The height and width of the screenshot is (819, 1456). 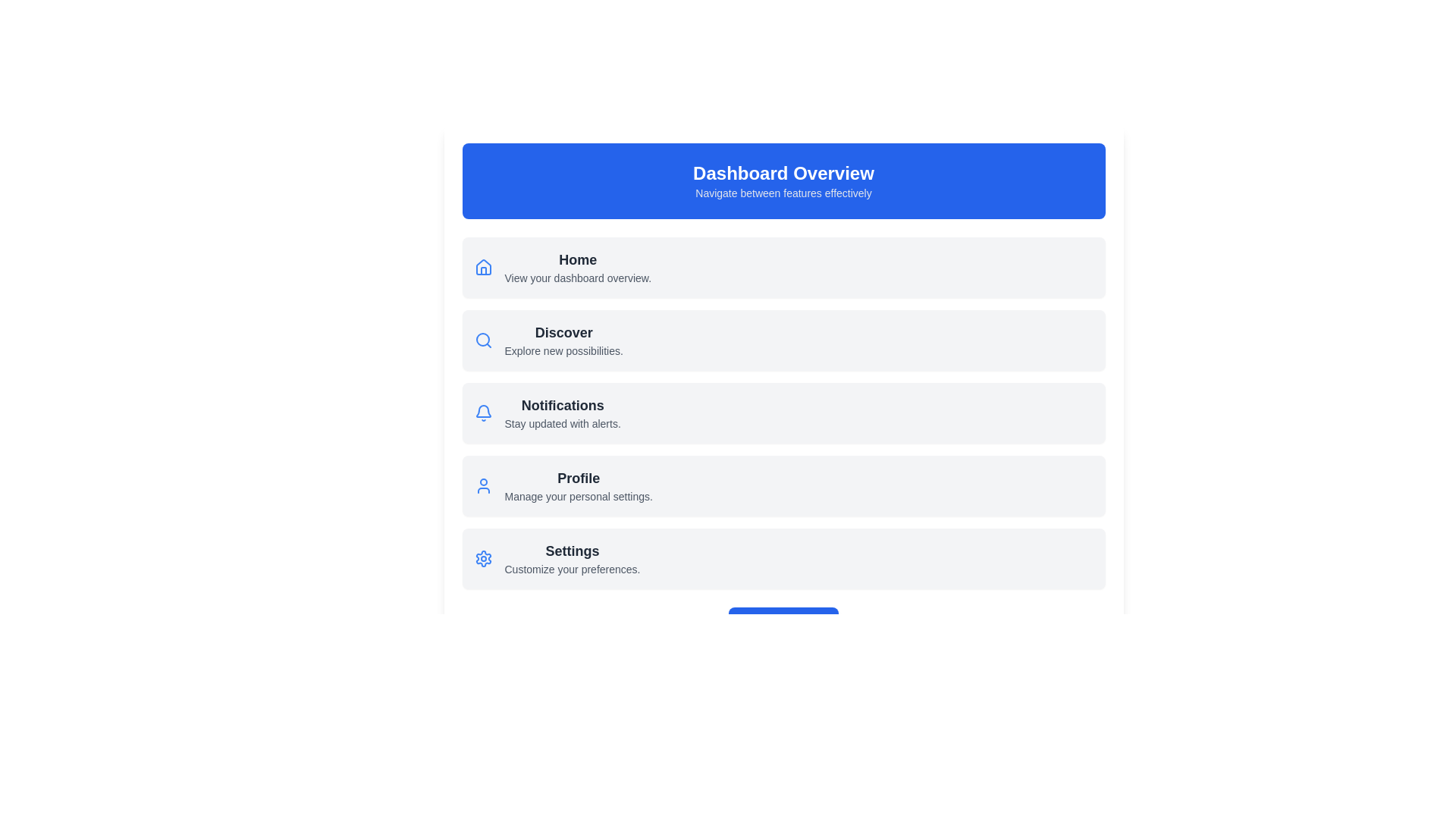 I want to click on the 'Settings' section heading, which serves as the title for the section and is located above the subheading 'Customize your preferences.', so click(x=571, y=551).